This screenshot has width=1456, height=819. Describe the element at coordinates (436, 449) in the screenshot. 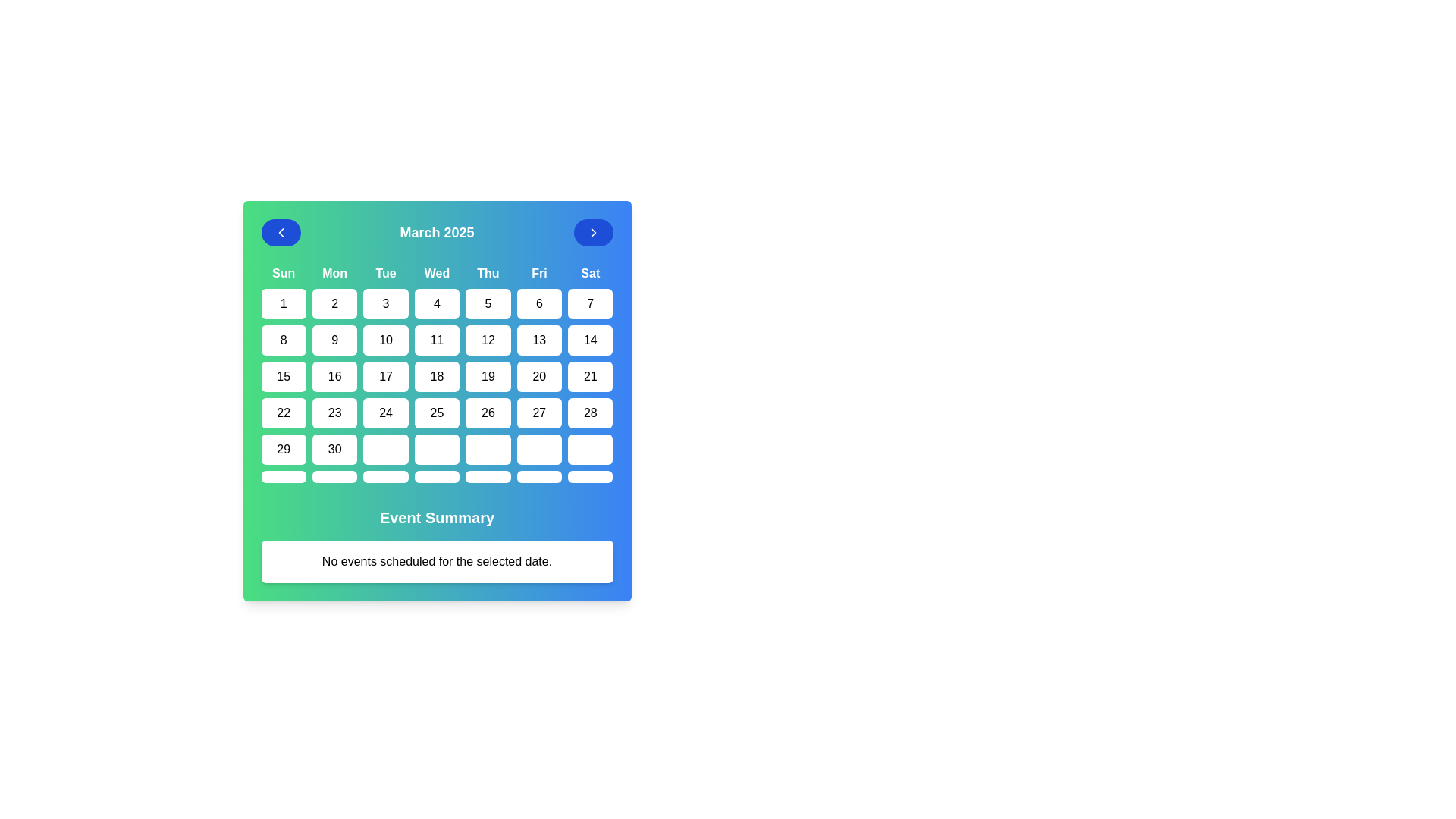

I see `the selectable day button in the calendar interface located in the bottom row and fourth column` at that location.